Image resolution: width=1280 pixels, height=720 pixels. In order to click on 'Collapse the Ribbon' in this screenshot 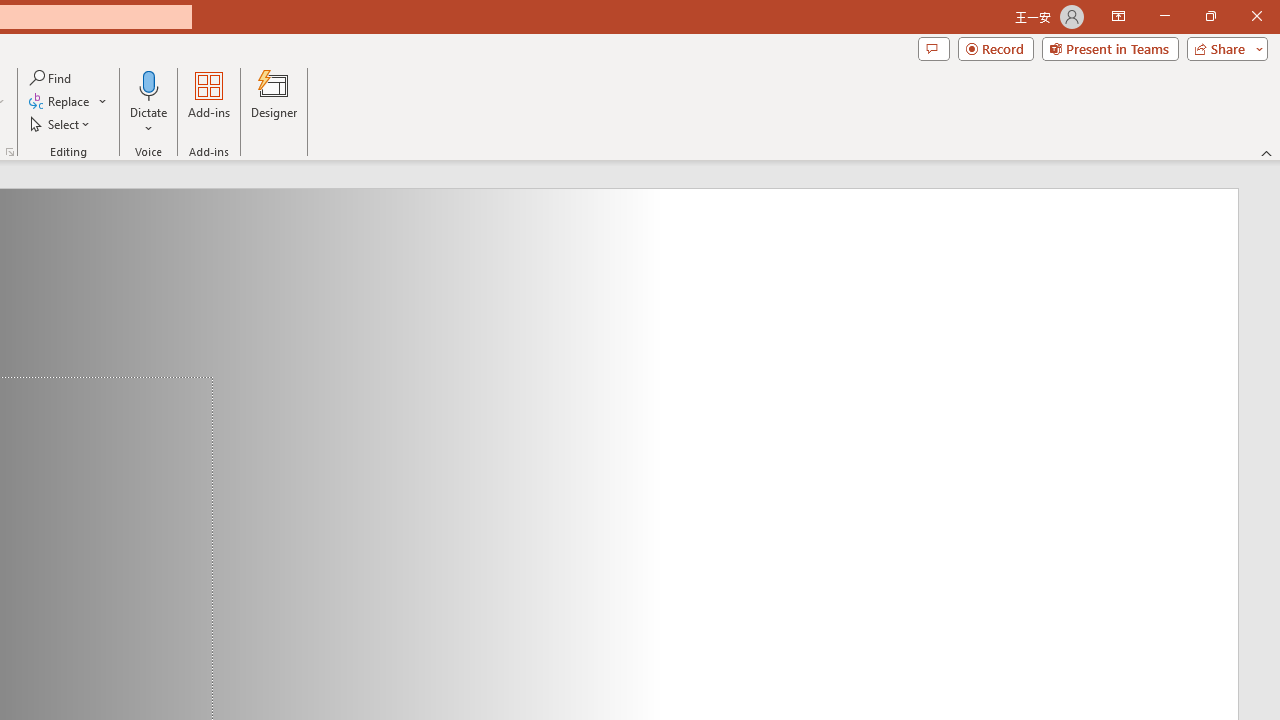, I will do `click(1266, 152)`.